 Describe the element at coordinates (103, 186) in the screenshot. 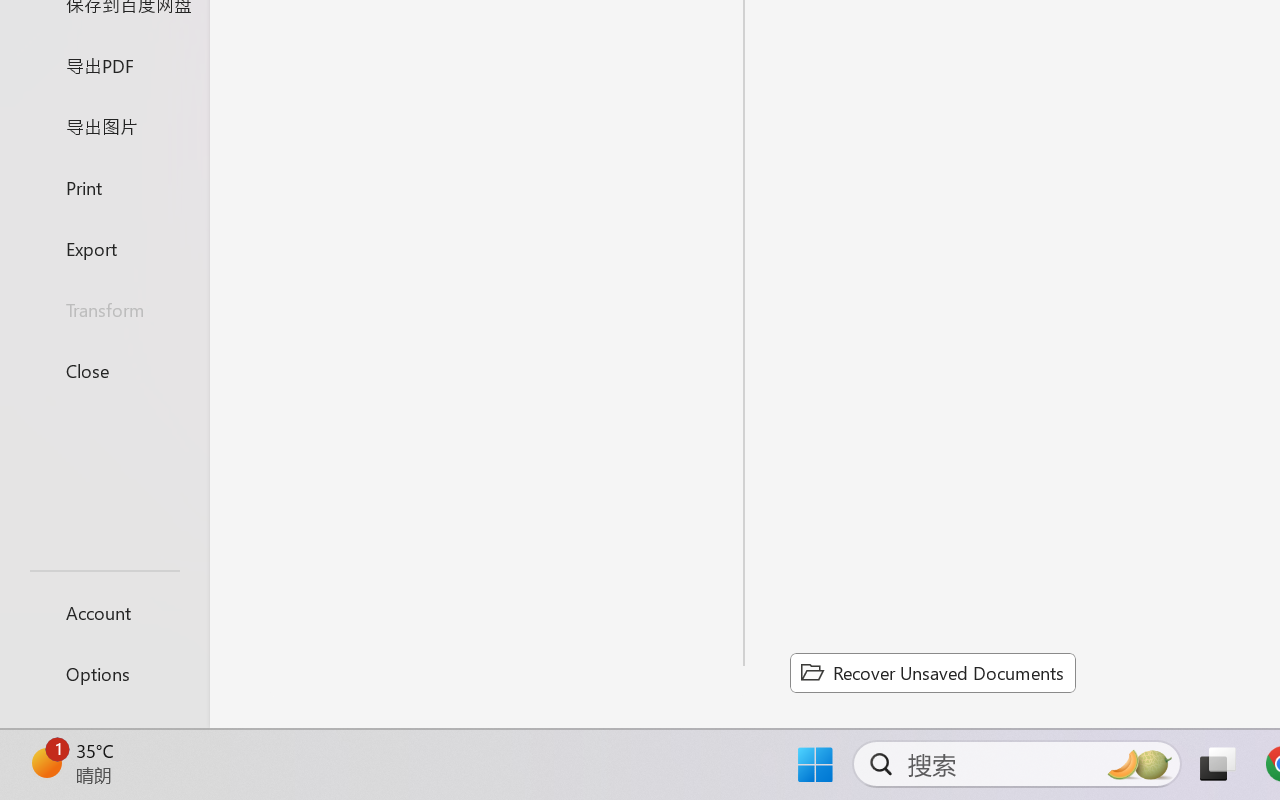

I see `'Print'` at that location.